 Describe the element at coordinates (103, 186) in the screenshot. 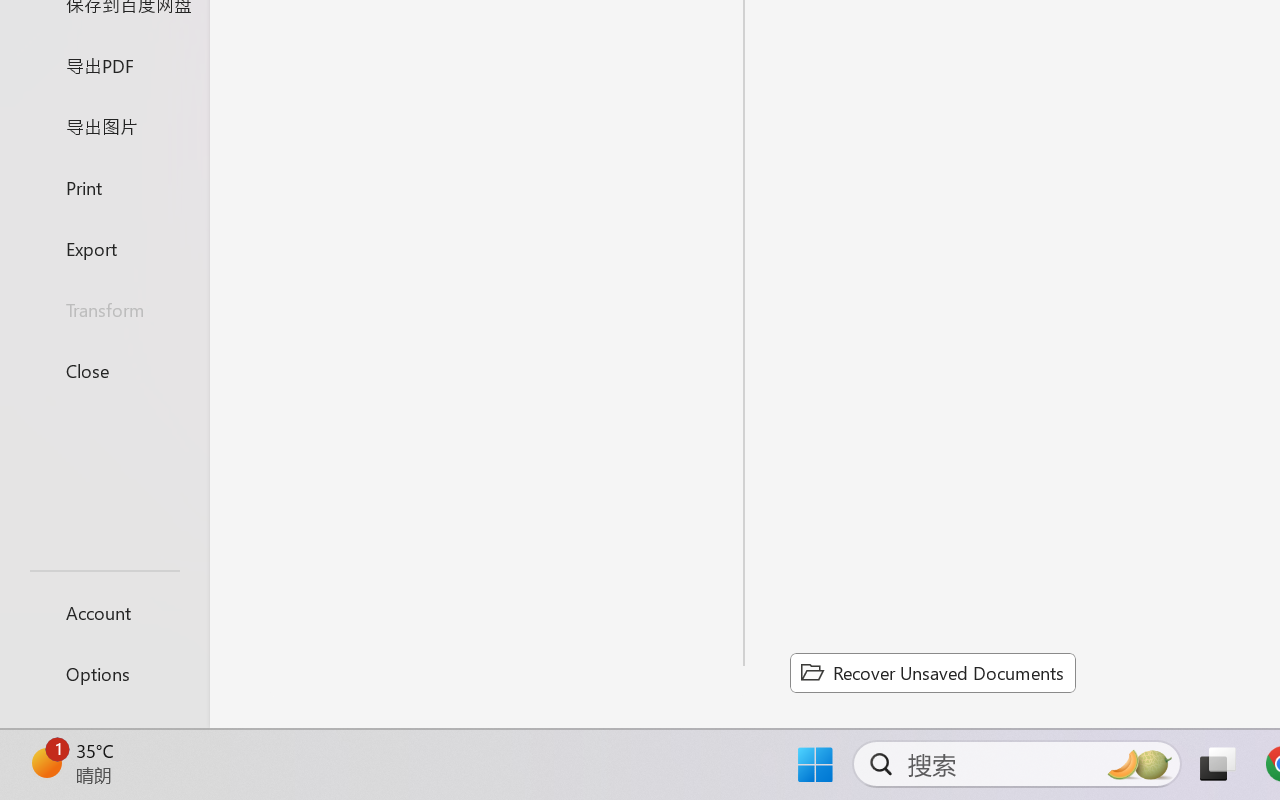

I see `'Print'` at that location.